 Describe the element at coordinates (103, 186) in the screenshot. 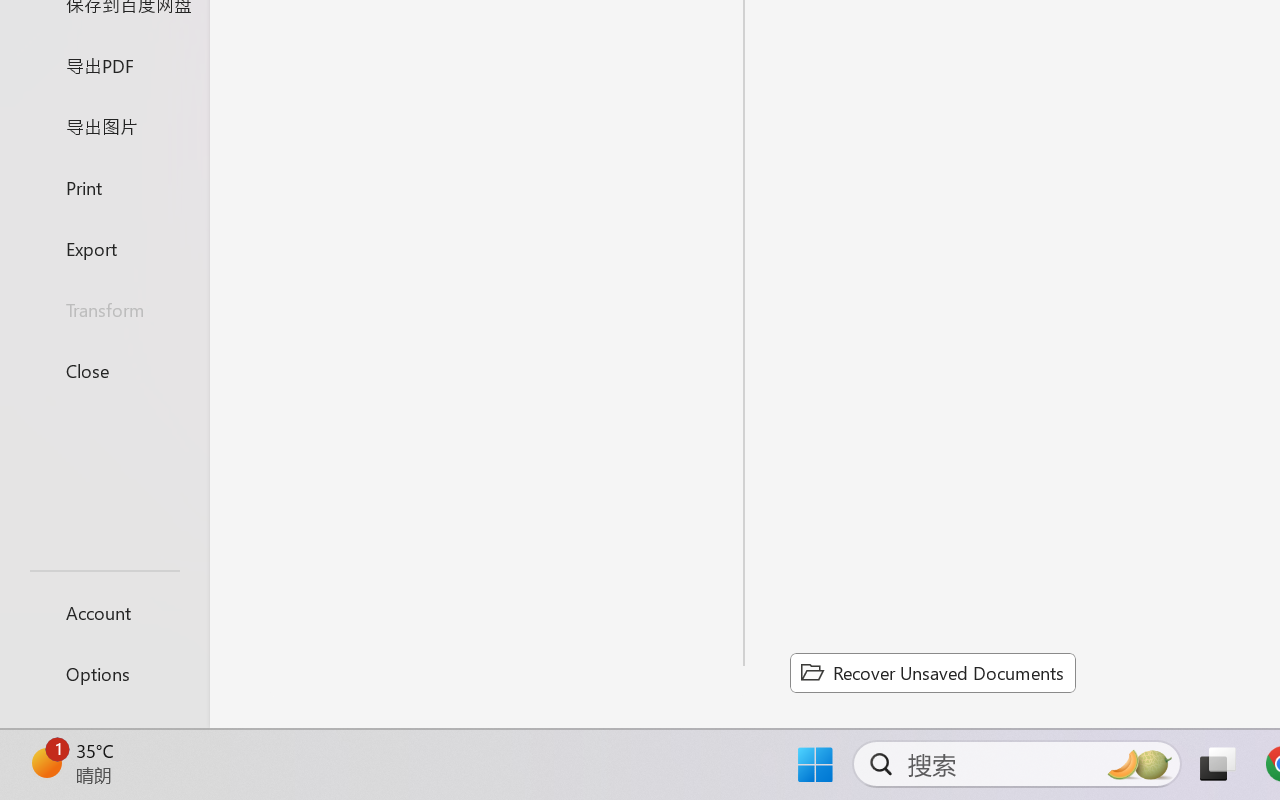

I see `'Print'` at that location.